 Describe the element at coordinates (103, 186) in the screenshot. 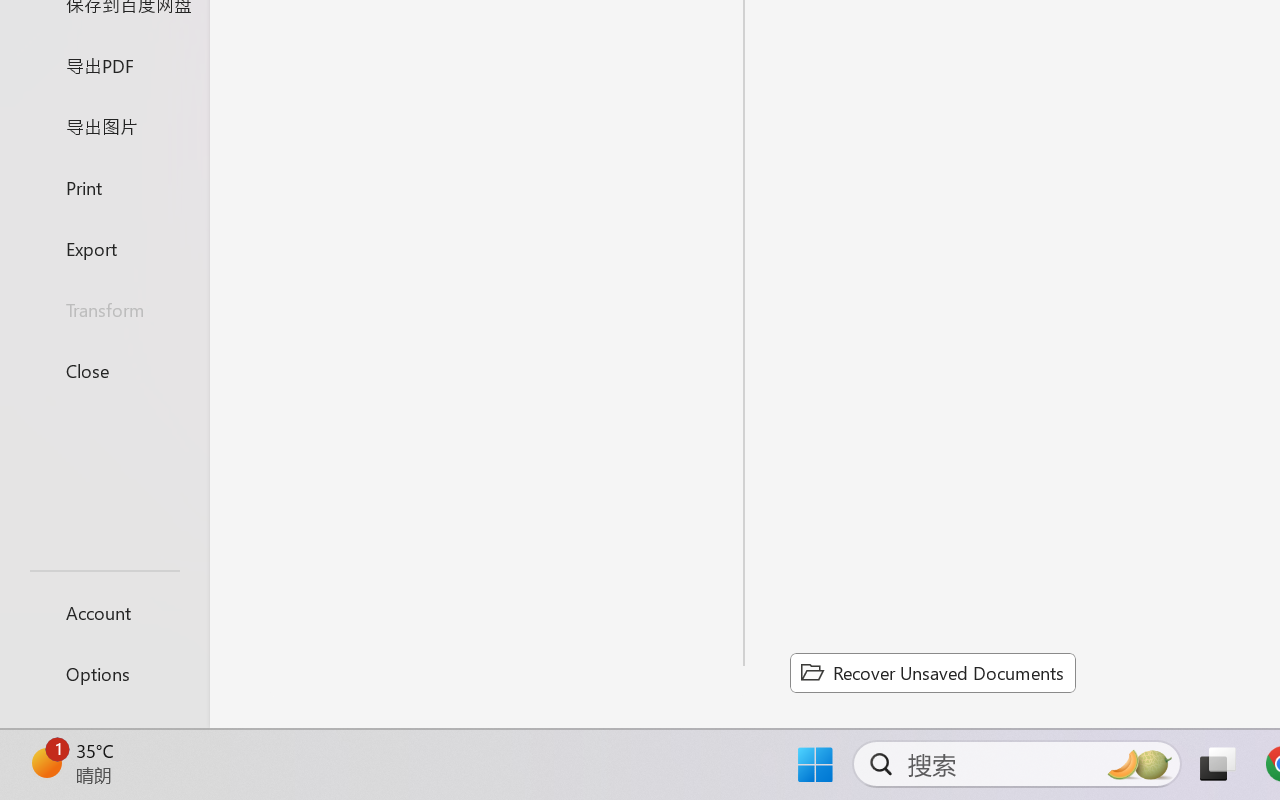

I see `'Print'` at that location.